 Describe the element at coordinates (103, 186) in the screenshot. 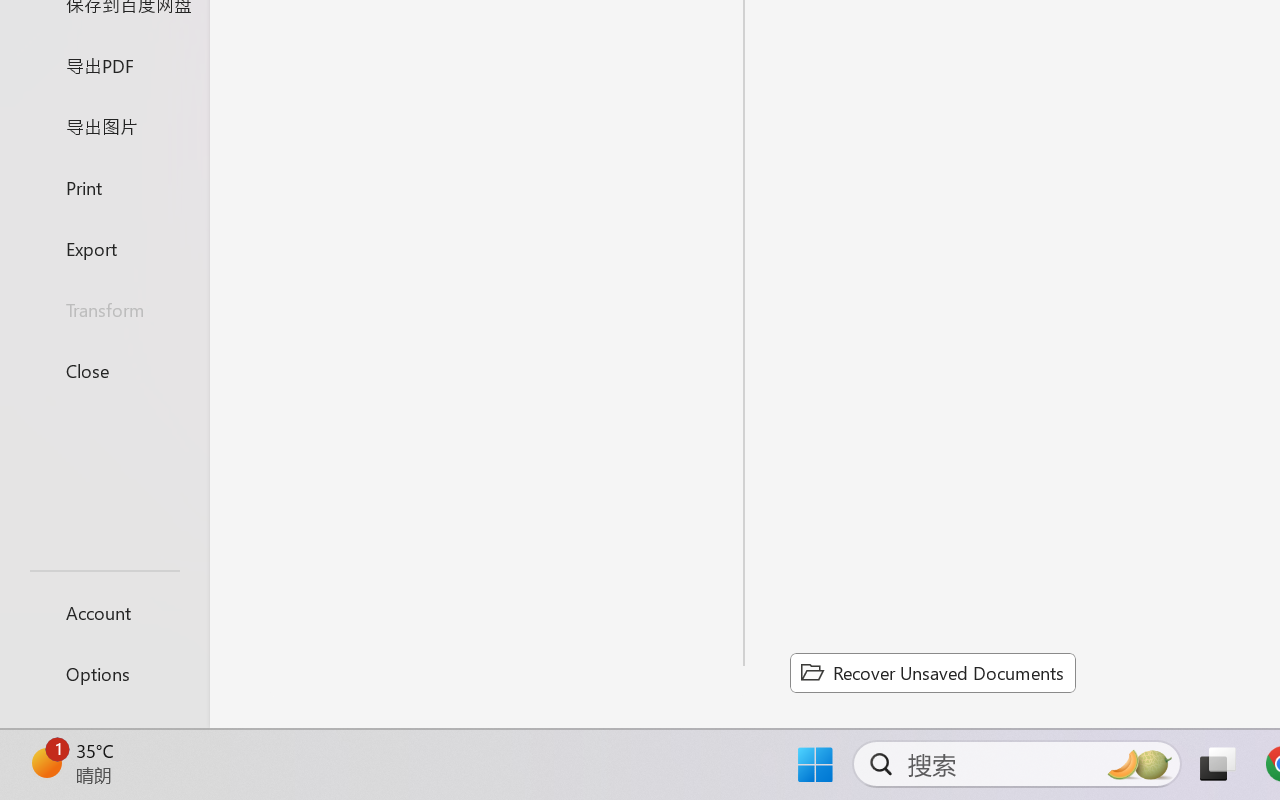

I see `'Print'` at that location.